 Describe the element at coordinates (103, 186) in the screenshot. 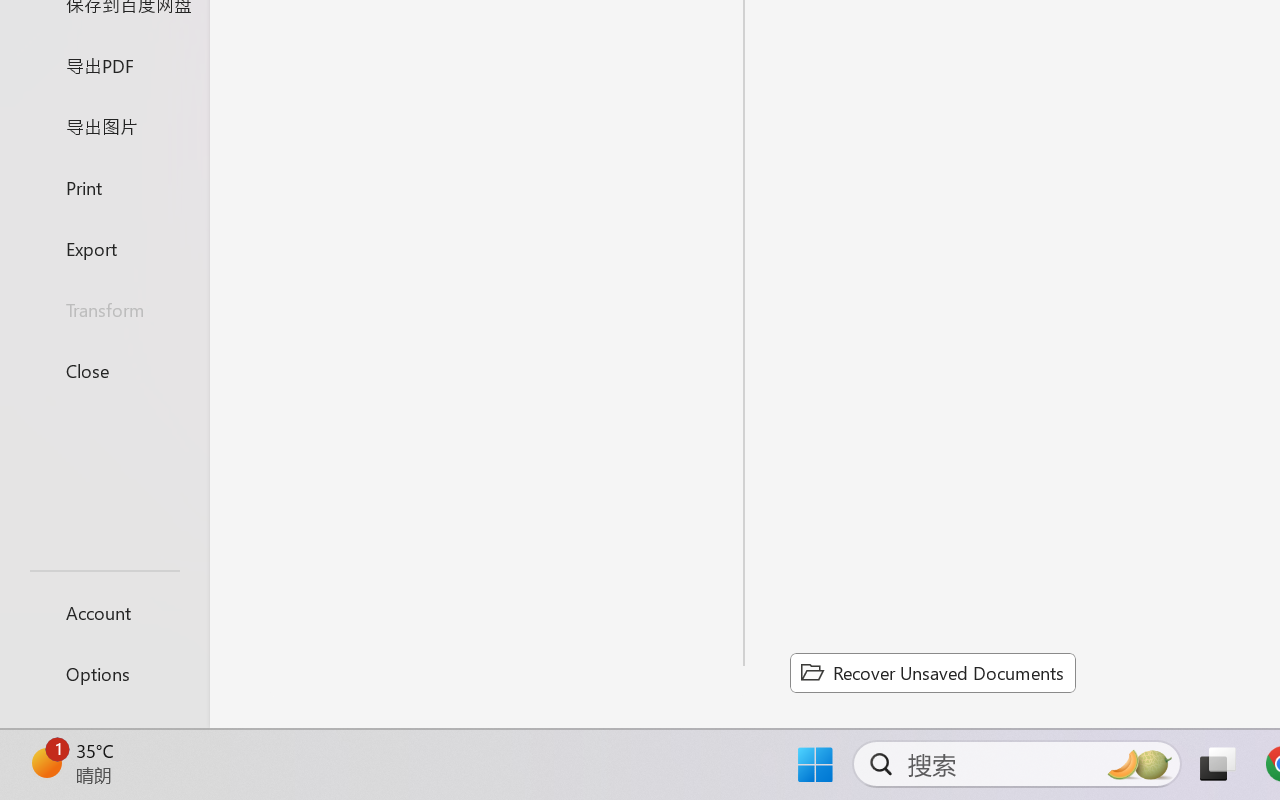

I see `'Print'` at that location.